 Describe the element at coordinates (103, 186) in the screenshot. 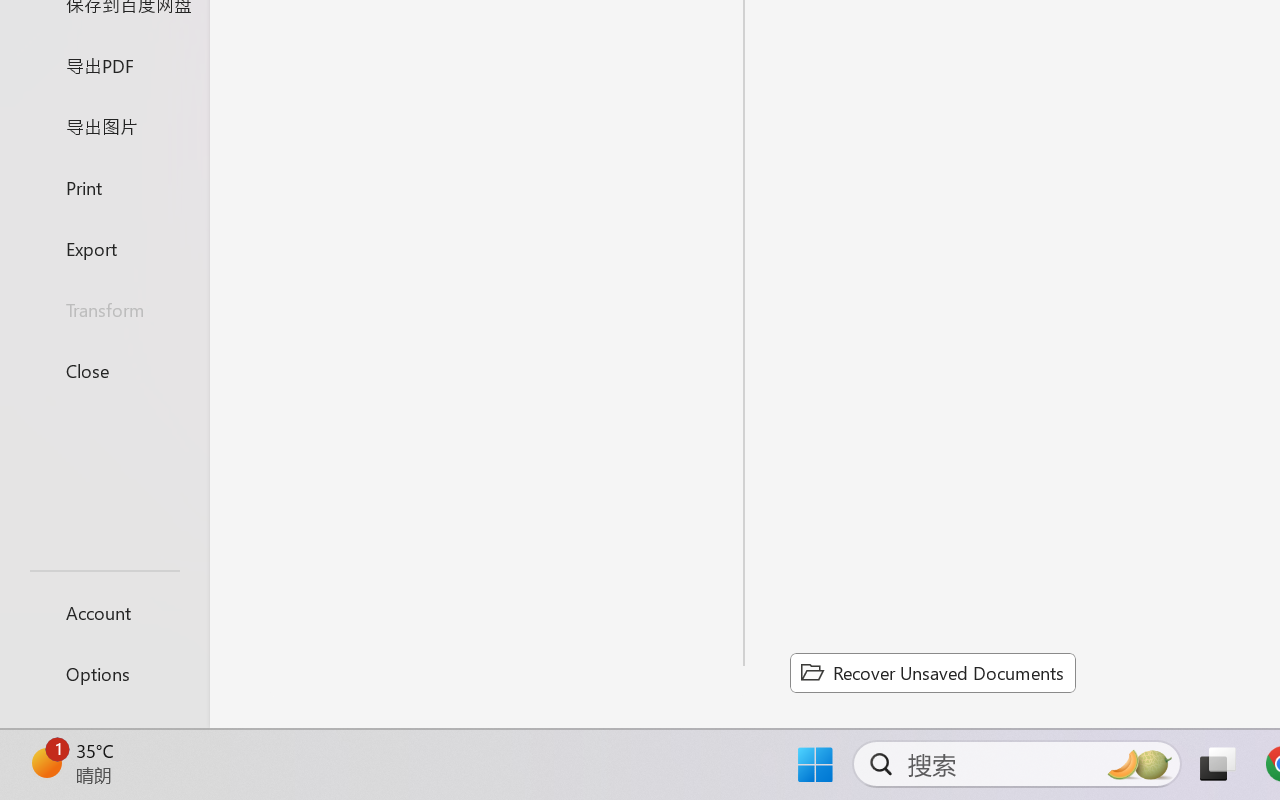

I see `'Print'` at that location.